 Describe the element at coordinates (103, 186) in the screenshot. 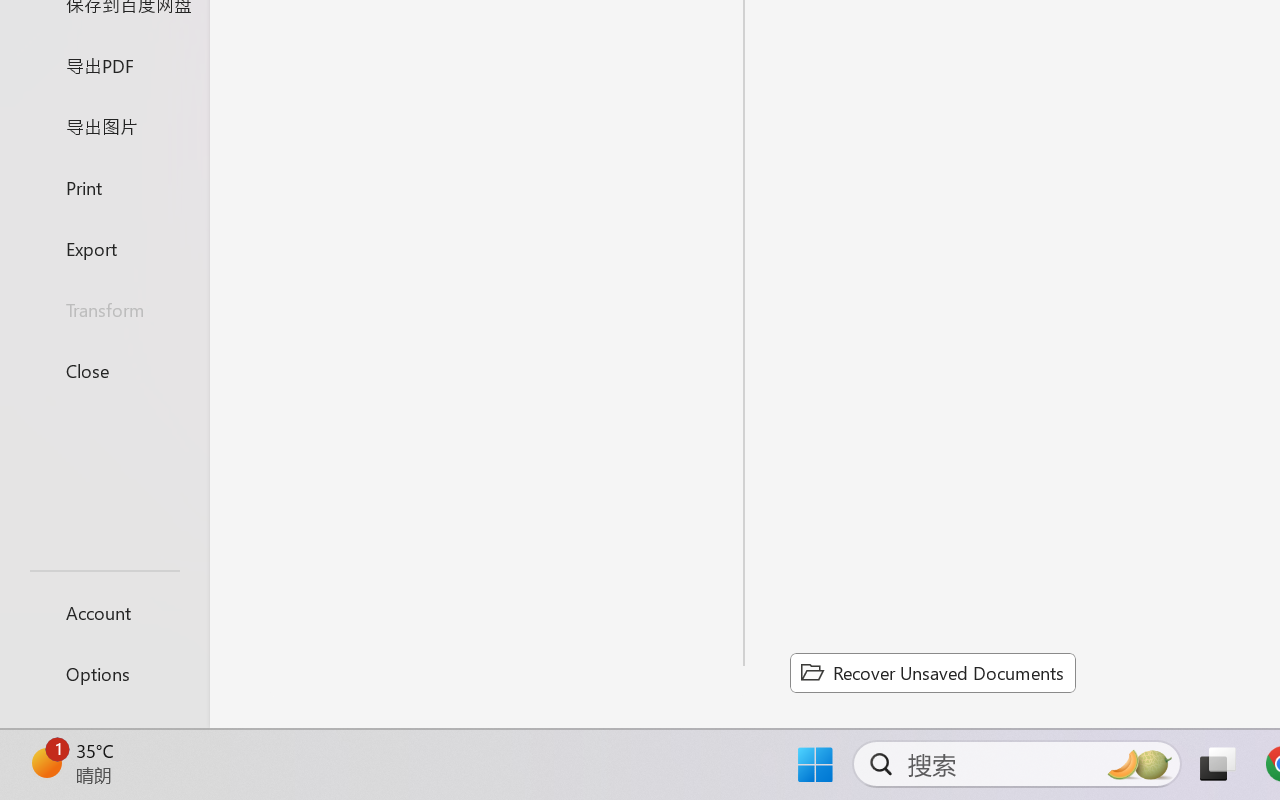

I see `'Print'` at that location.